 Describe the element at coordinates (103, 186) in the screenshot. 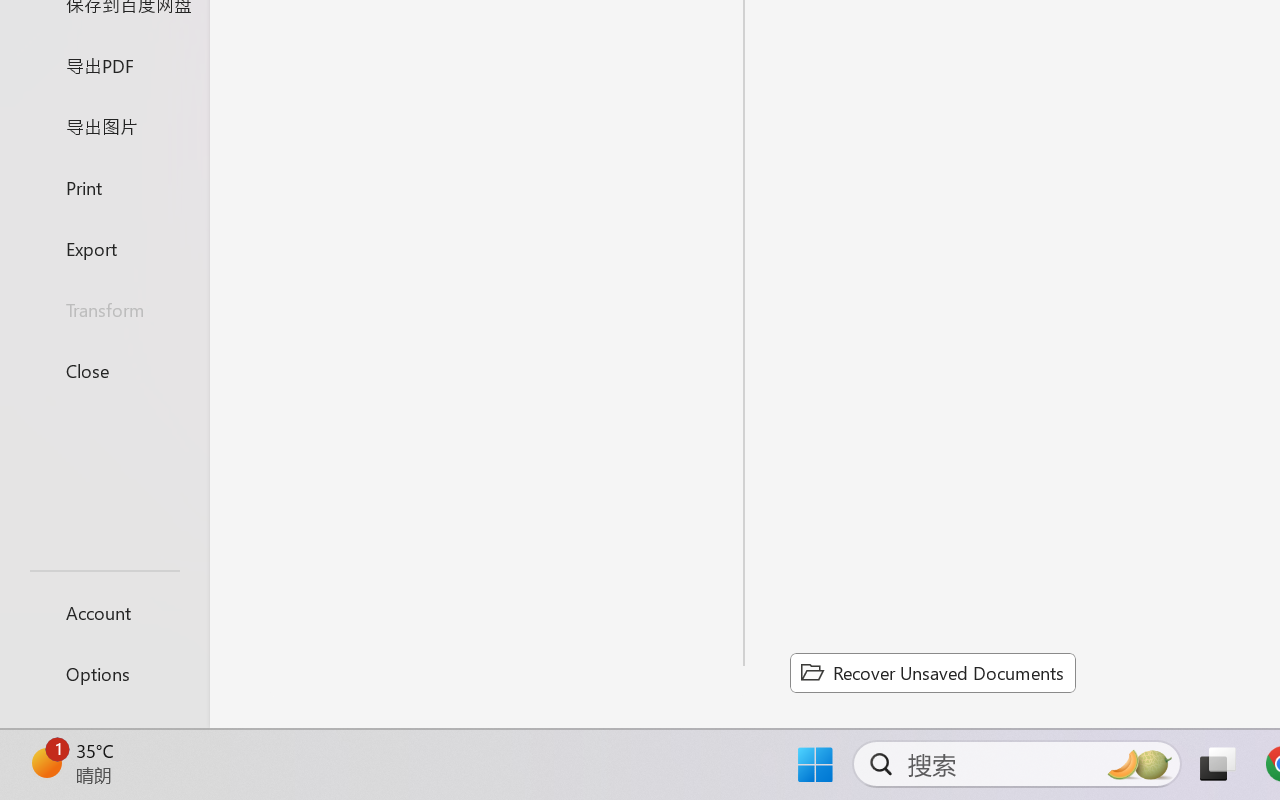

I see `'Print'` at that location.